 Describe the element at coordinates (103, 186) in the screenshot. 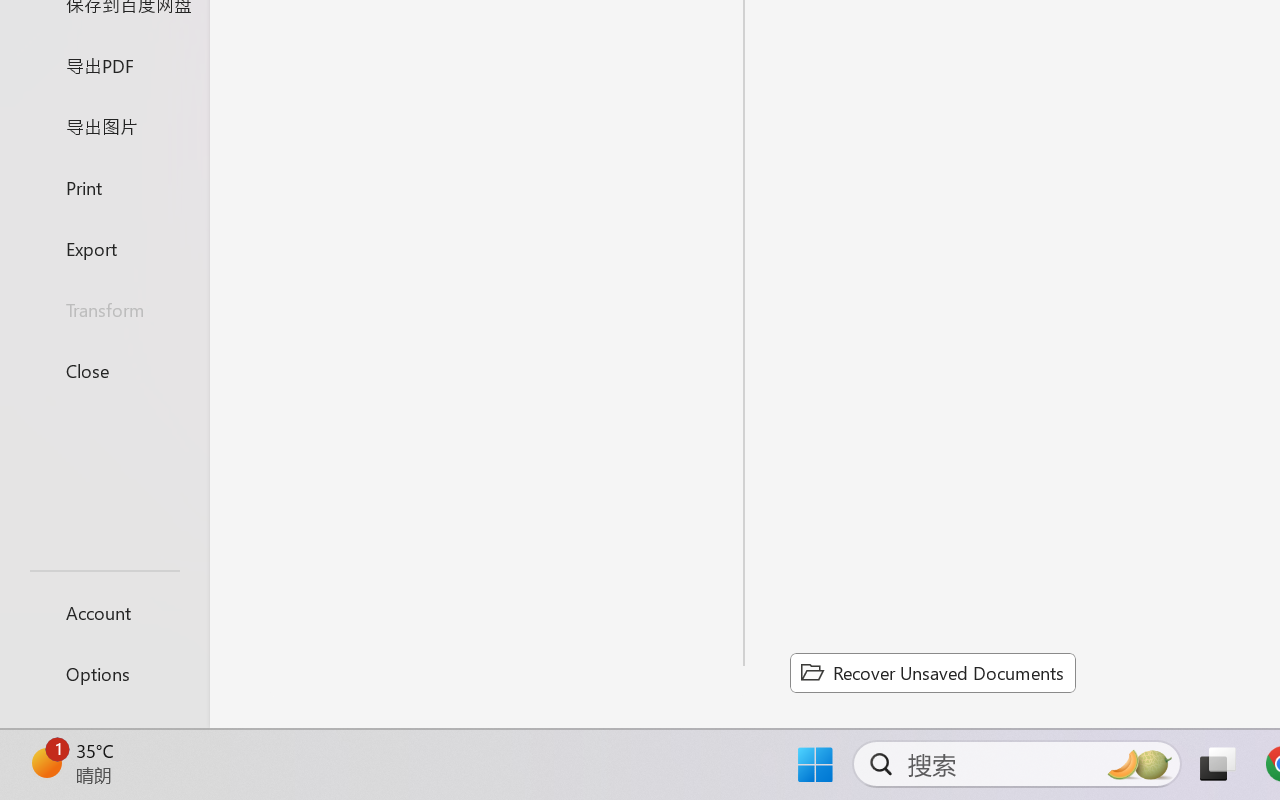

I see `'Print'` at that location.